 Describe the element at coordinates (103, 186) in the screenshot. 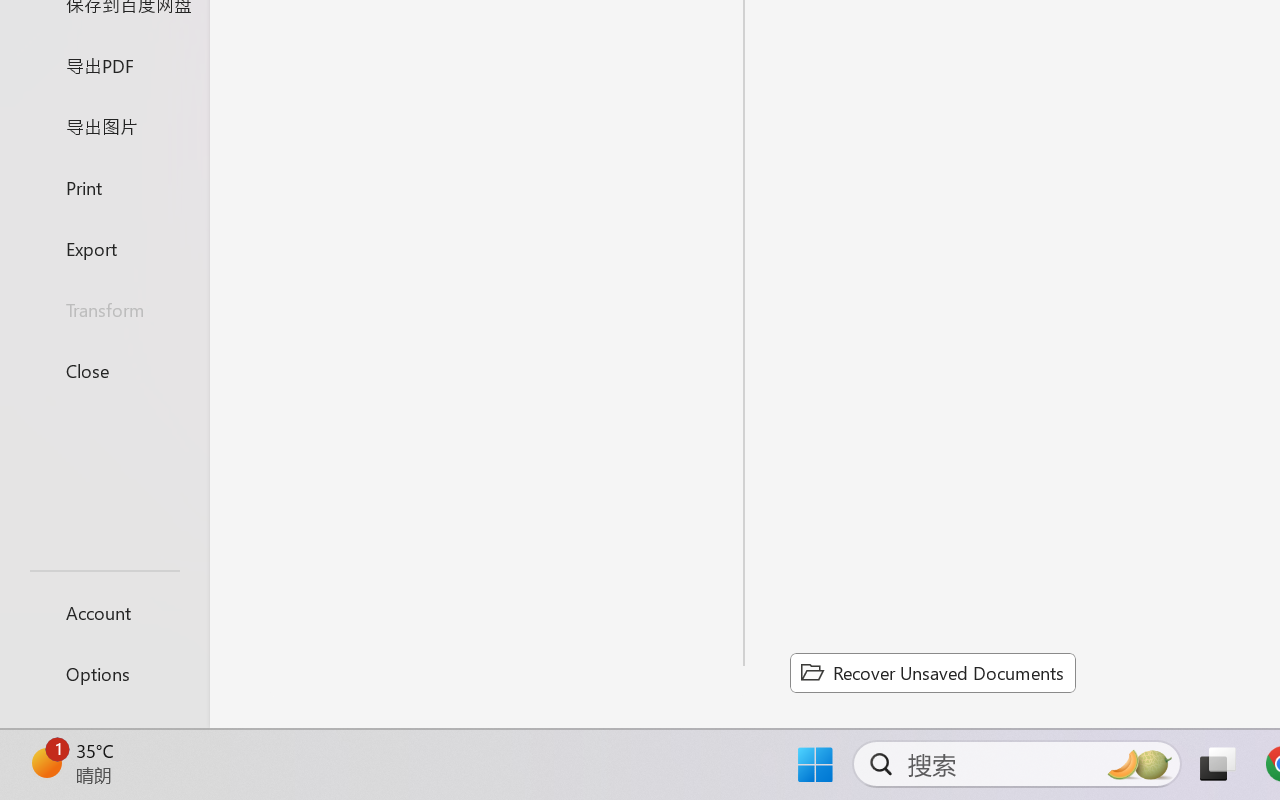

I see `'Print'` at that location.